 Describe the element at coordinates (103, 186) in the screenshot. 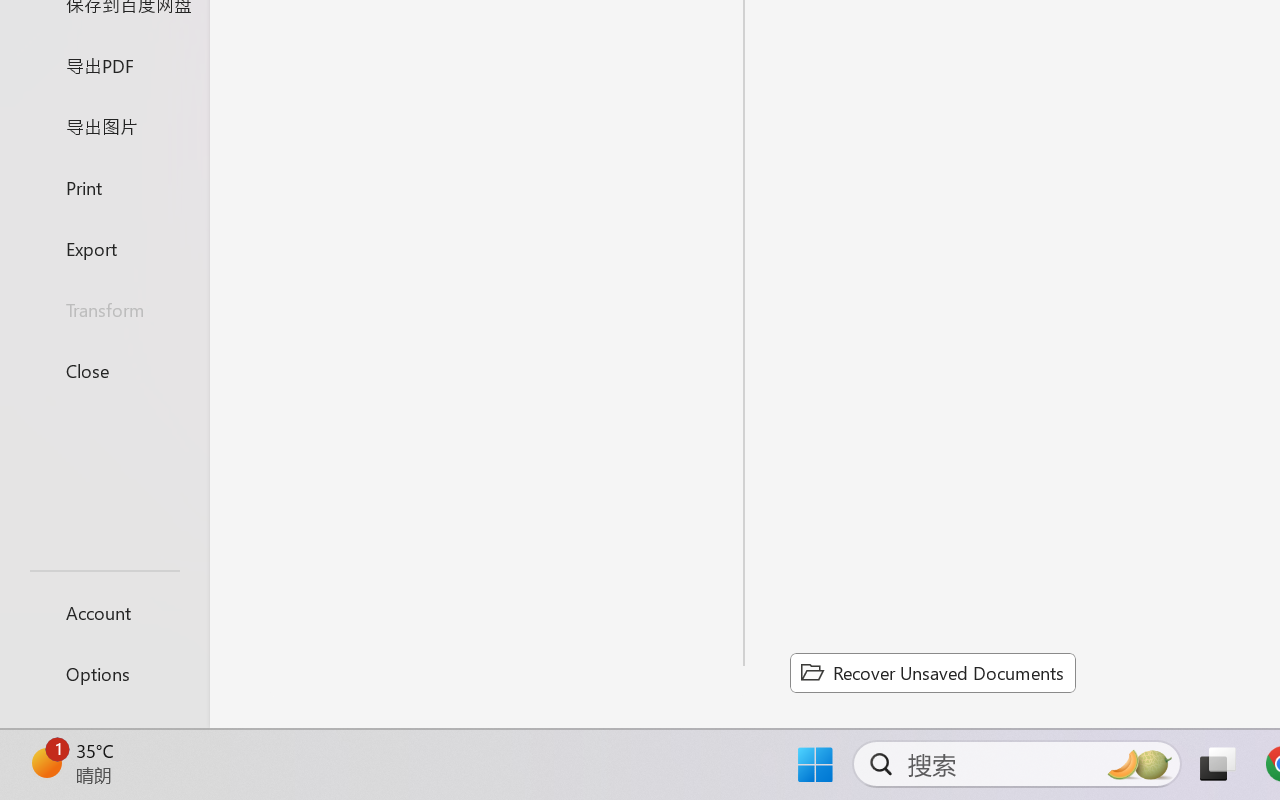

I see `'Print'` at that location.